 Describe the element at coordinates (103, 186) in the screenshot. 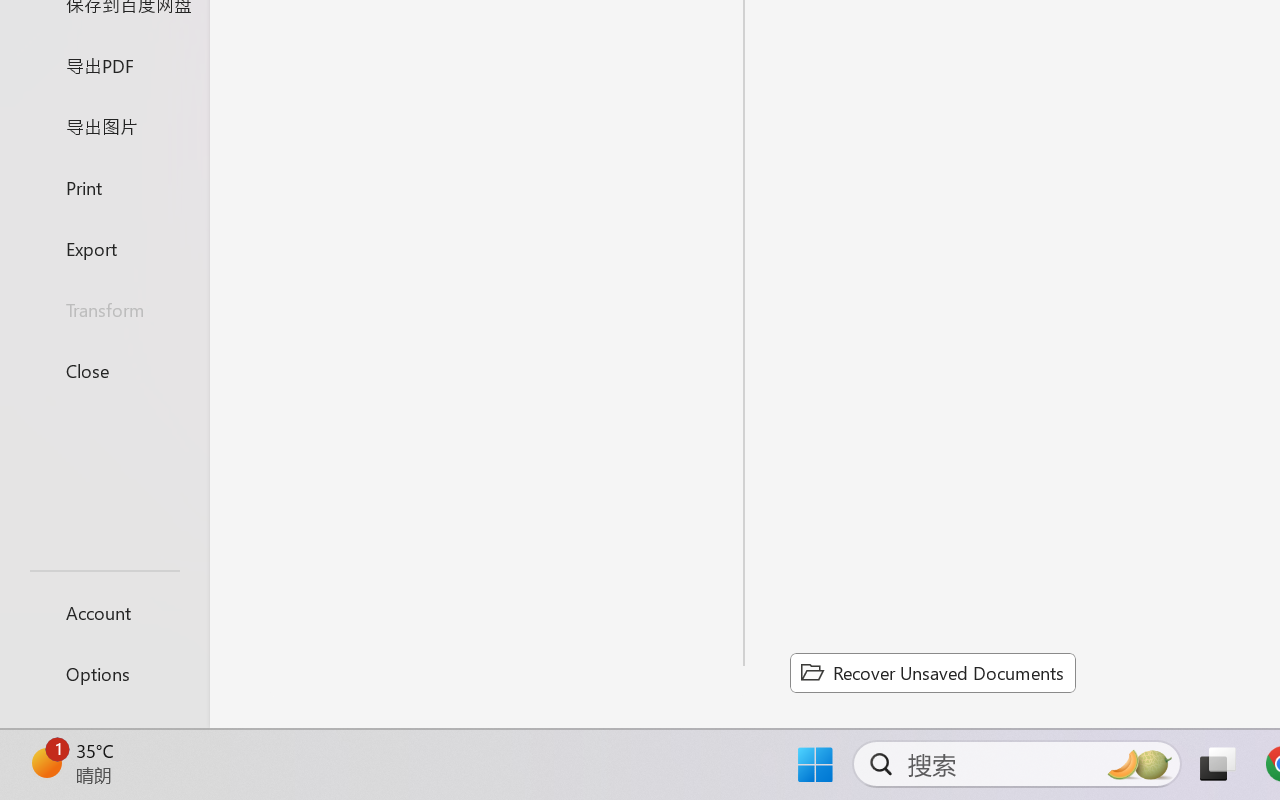

I see `'Print'` at that location.